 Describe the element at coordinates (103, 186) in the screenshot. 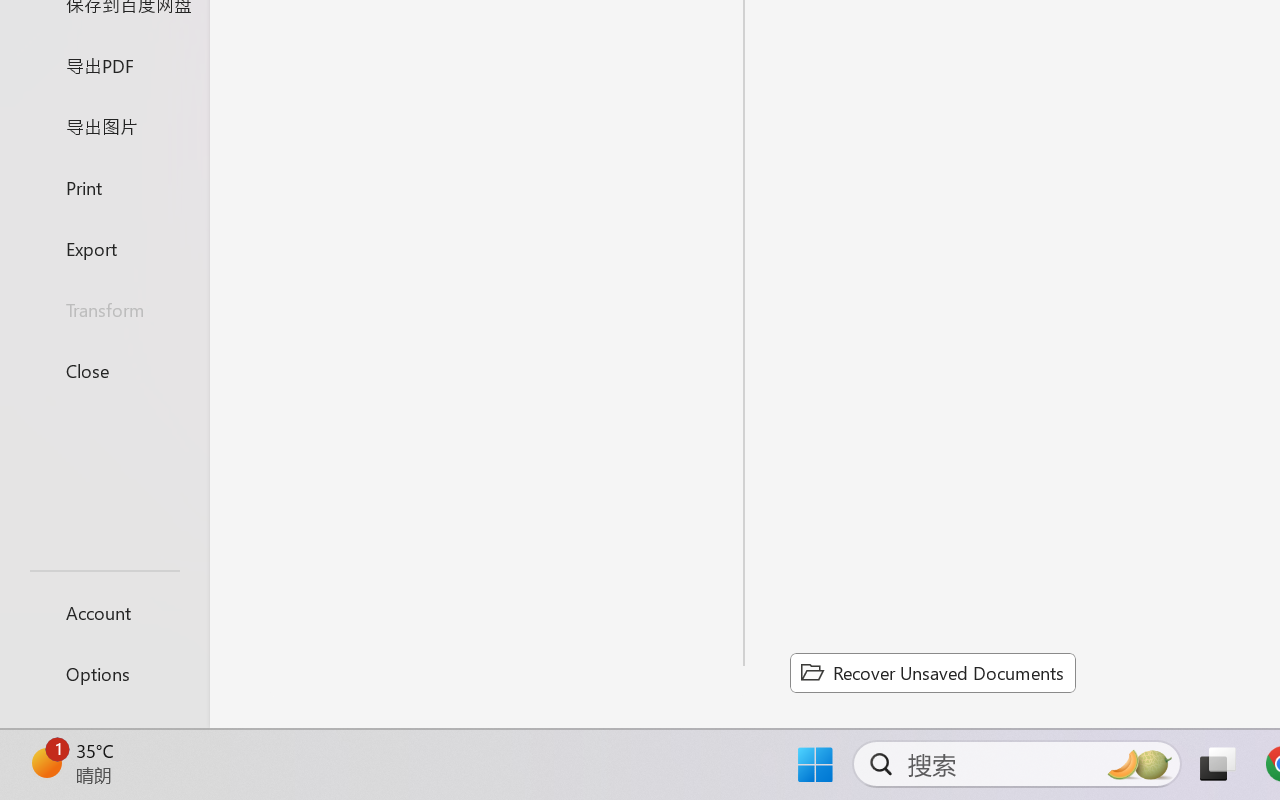

I see `'Print'` at that location.